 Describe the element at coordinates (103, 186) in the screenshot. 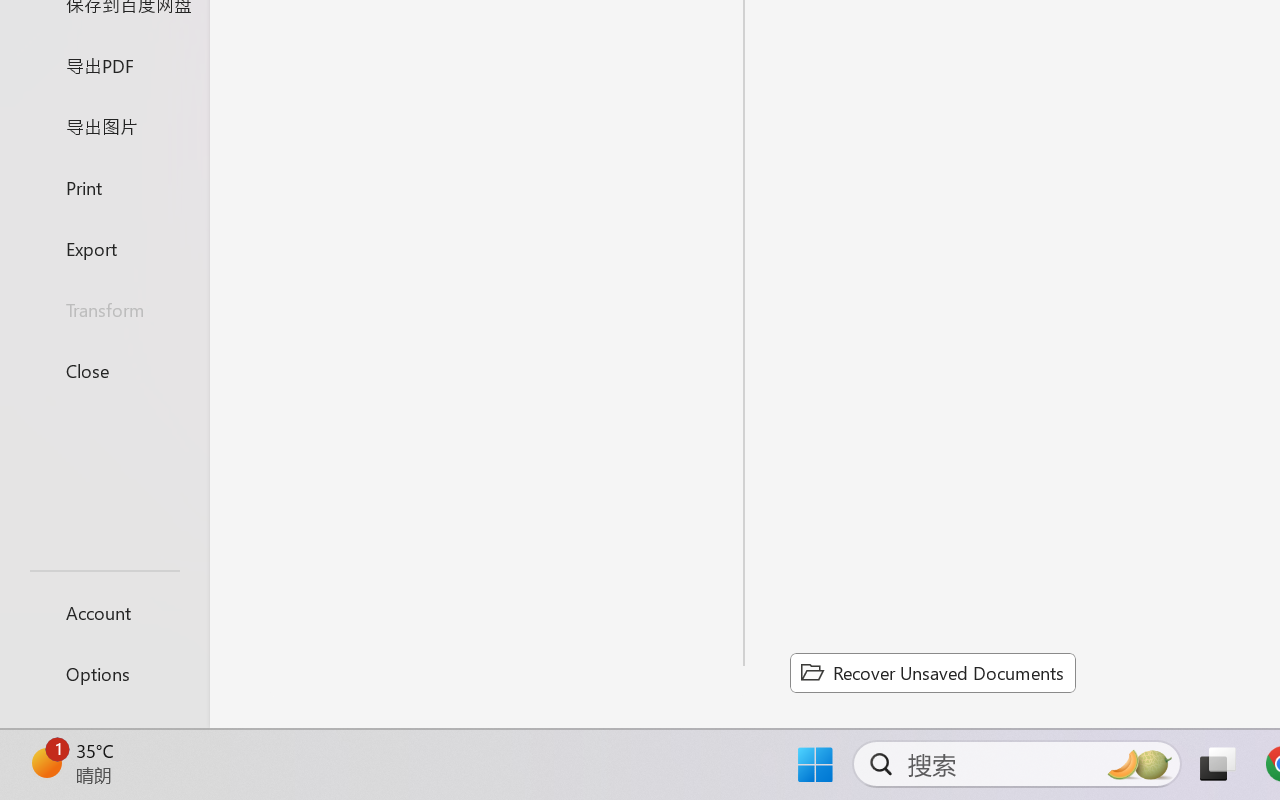

I see `'Print'` at that location.